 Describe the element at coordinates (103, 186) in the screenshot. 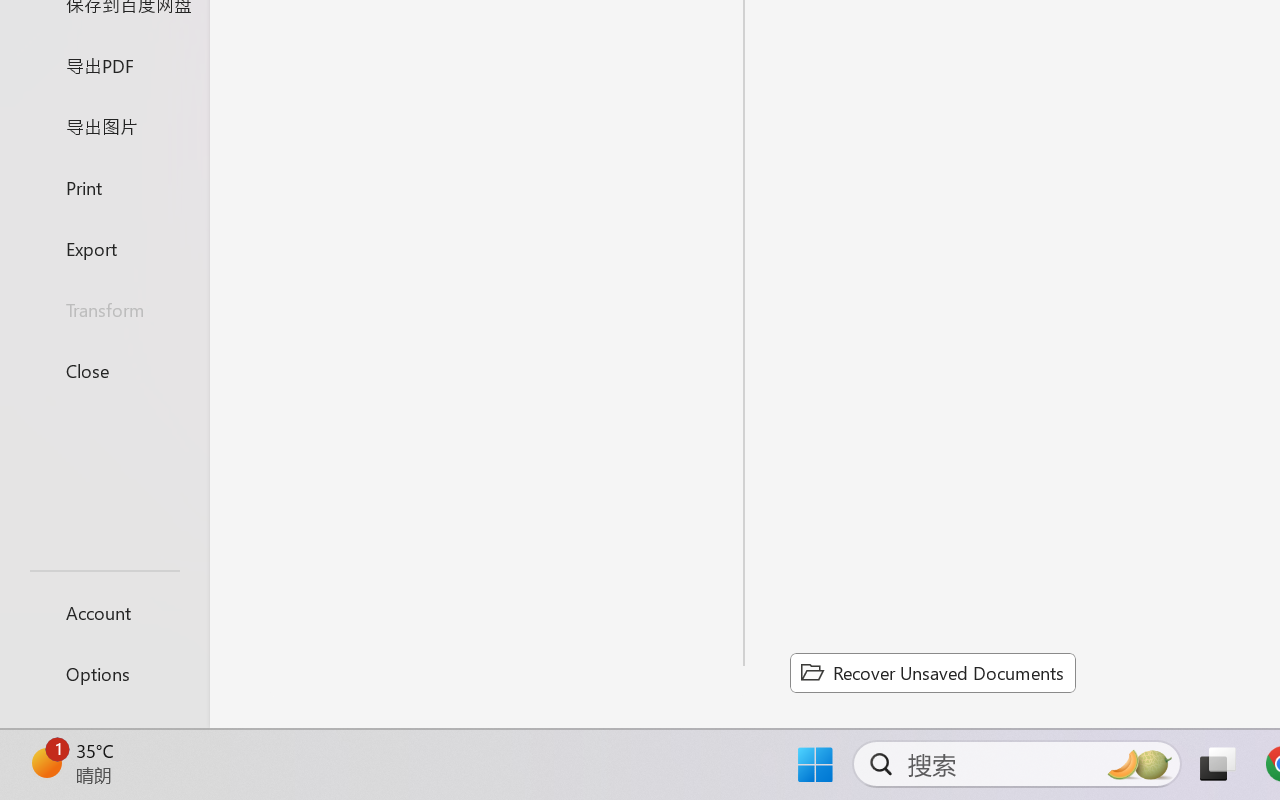

I see `'Print'` at that location.